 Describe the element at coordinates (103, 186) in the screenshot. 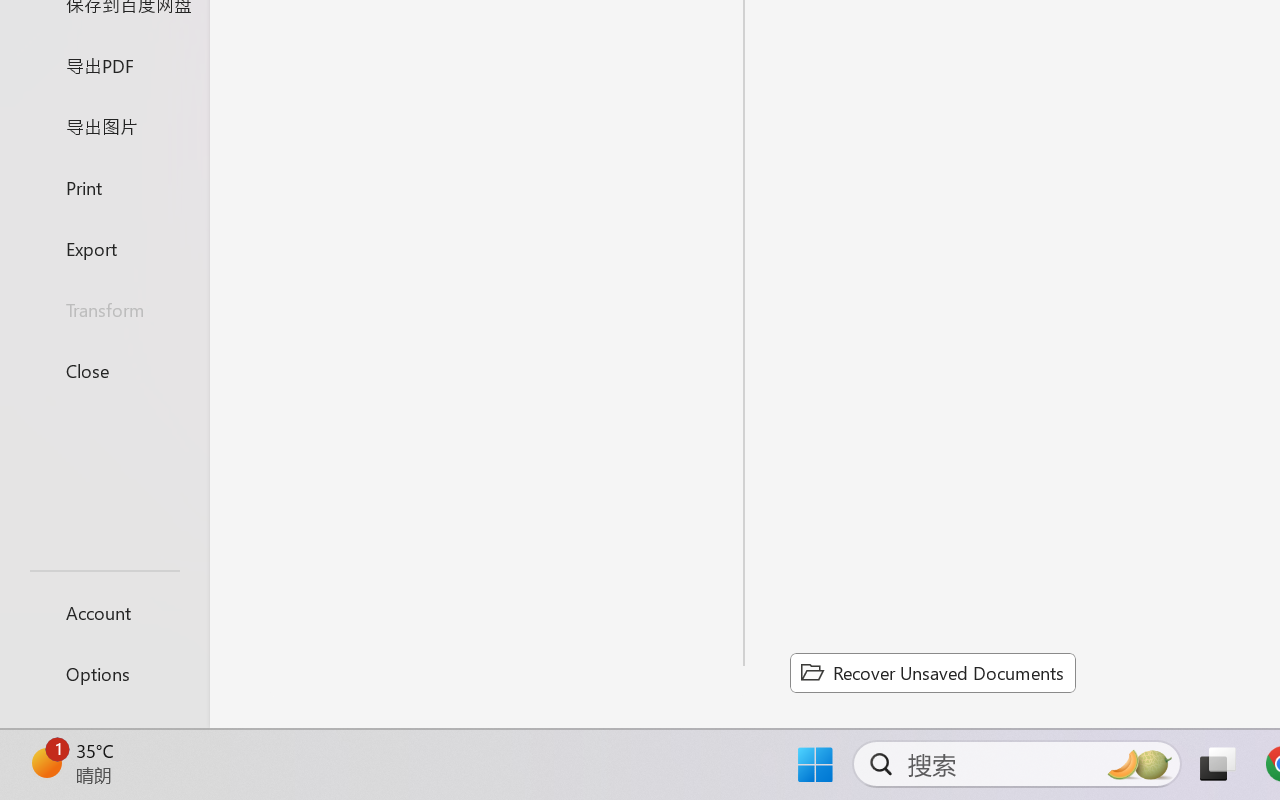

I see `'Print'` at that location.